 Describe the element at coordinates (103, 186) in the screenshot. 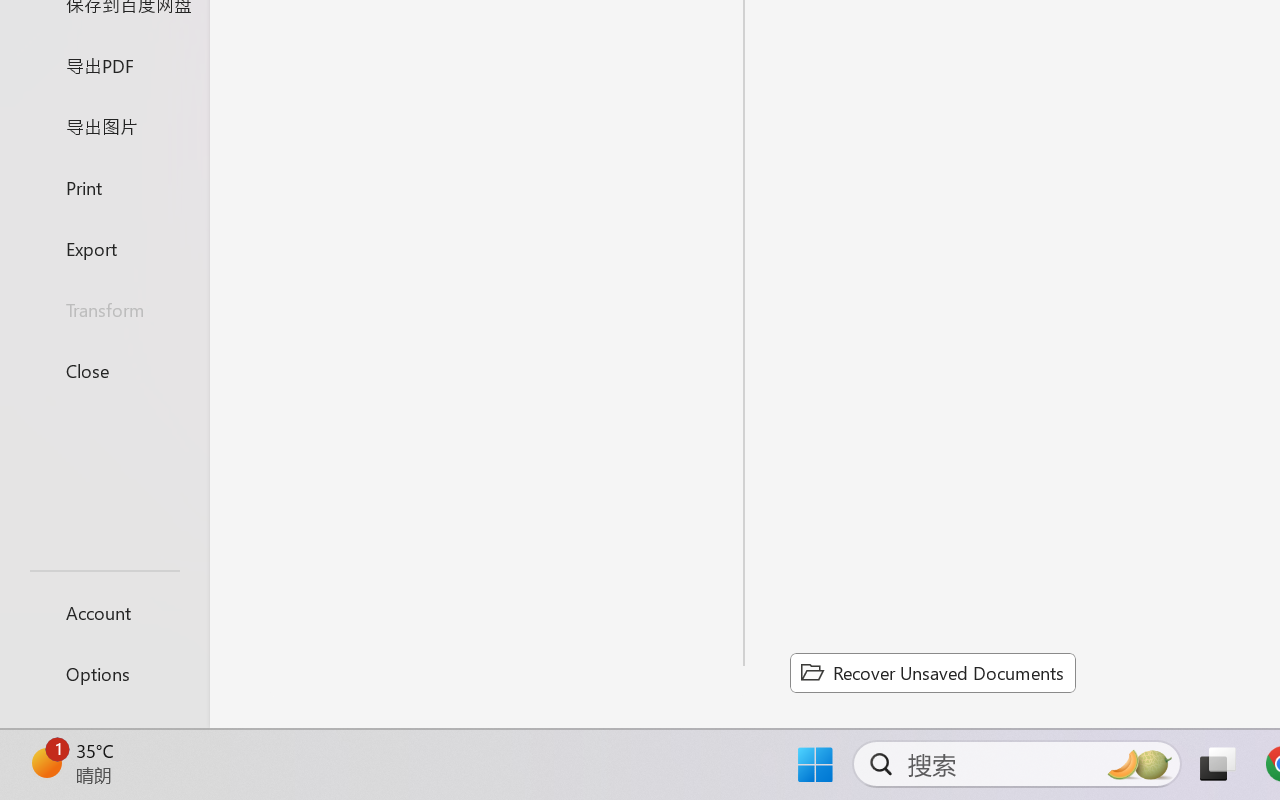

I see `'Print'` at that location.